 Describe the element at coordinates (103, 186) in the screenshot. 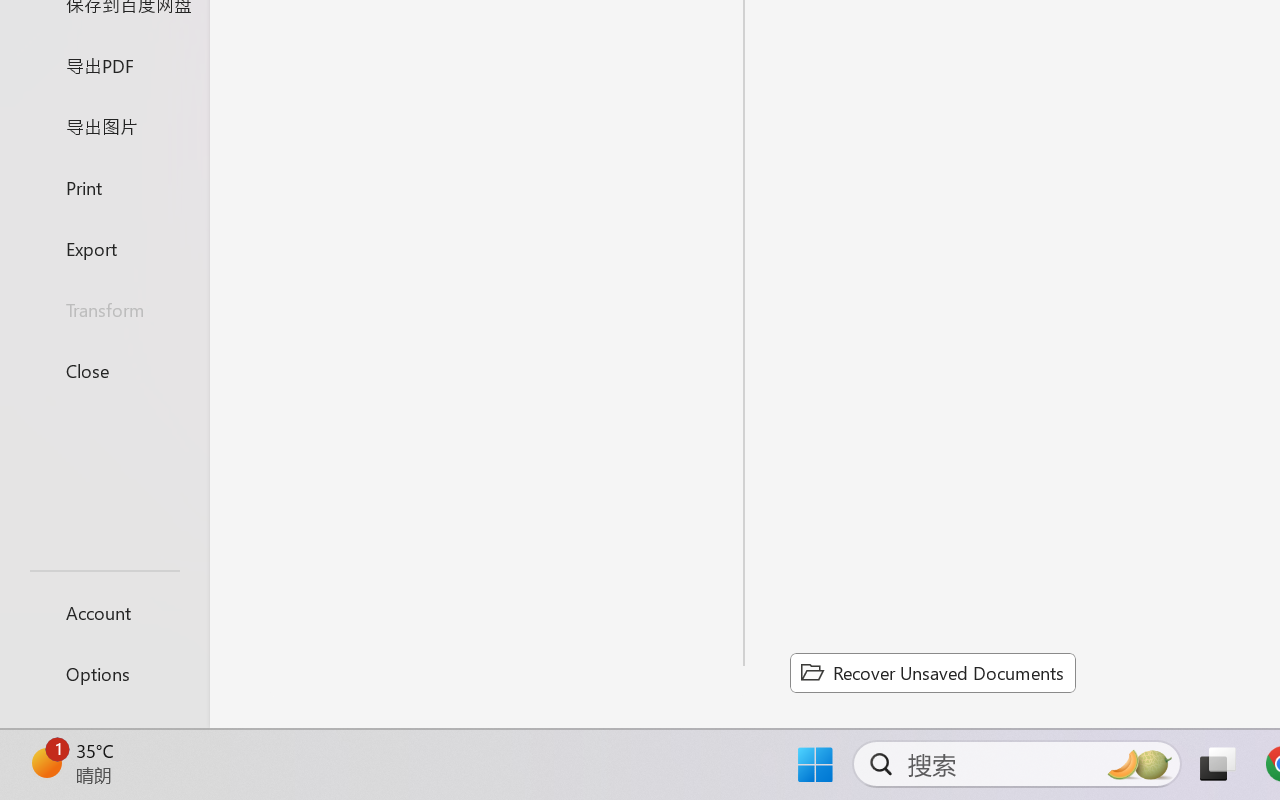

I see `'Print'` at that location.